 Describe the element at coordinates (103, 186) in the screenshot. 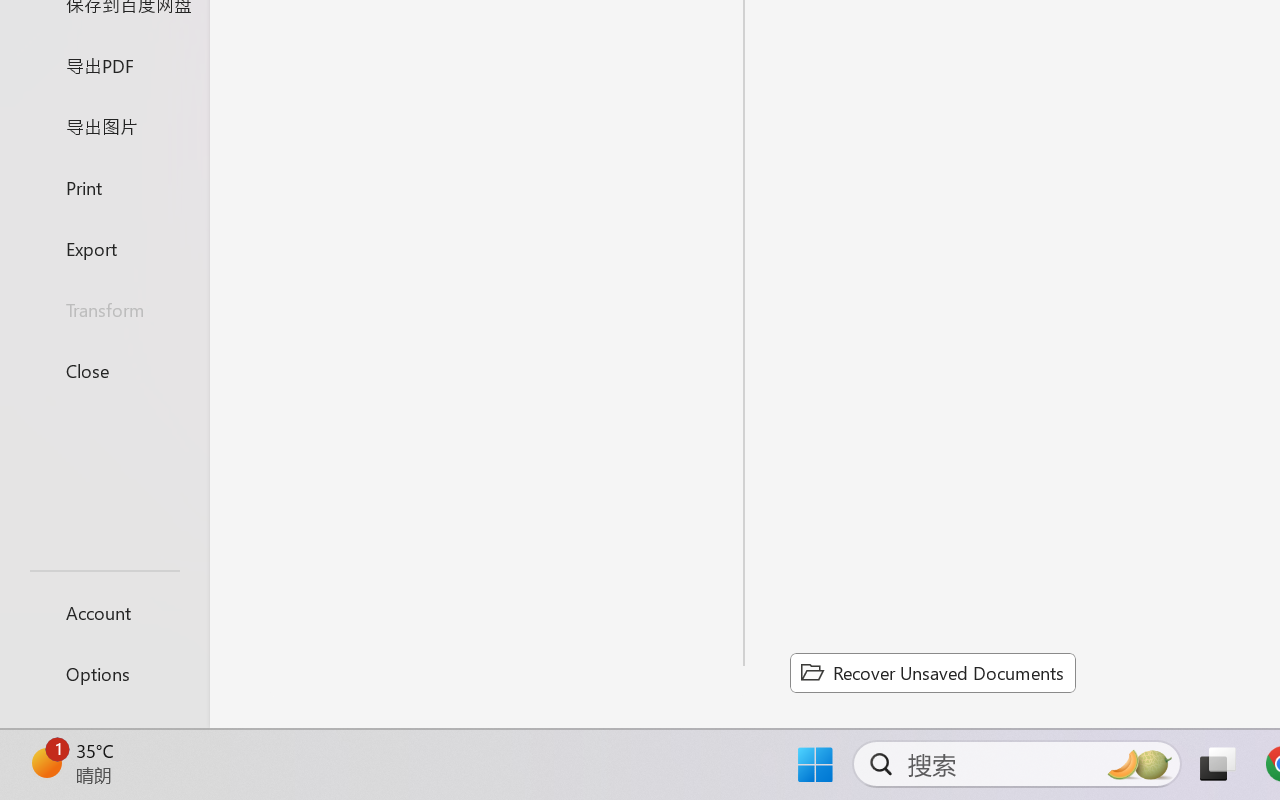

I see `'Print'` at that location.